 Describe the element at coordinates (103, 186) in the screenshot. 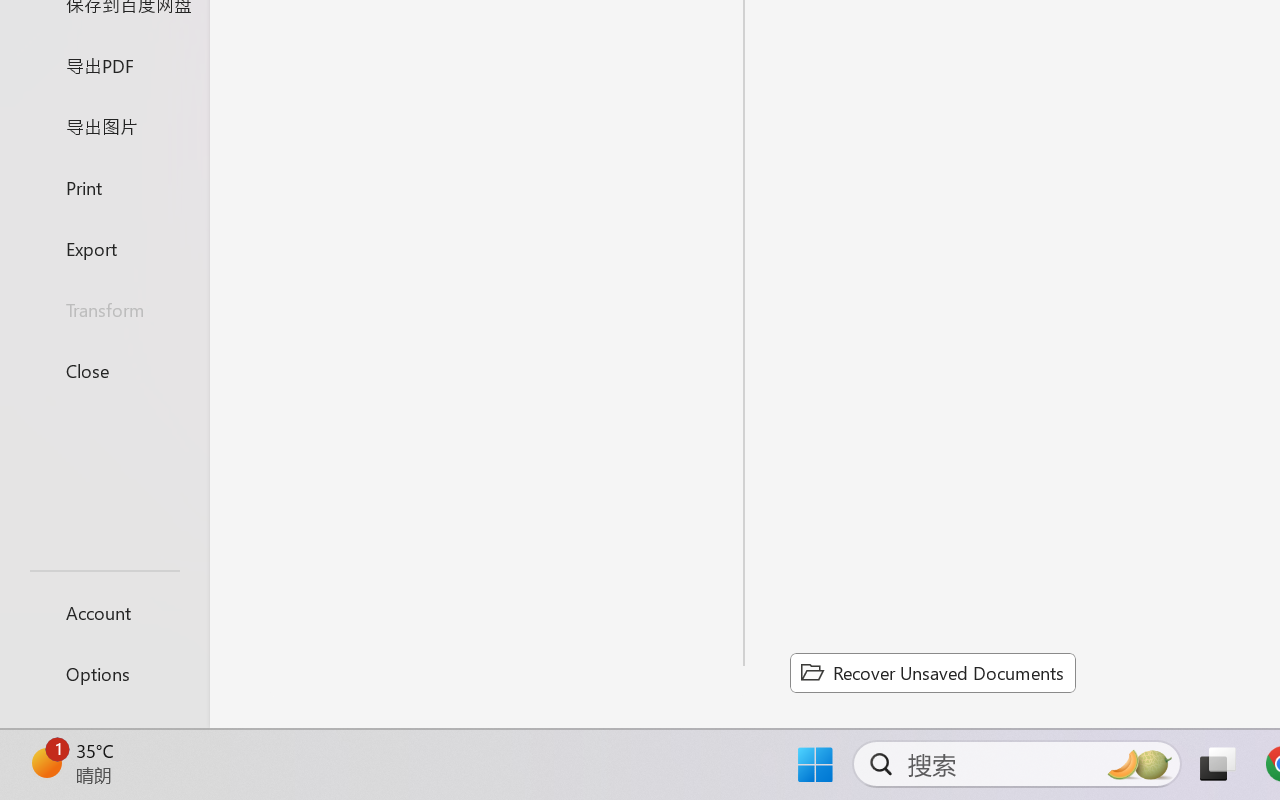

I see `'Print'` at that location.